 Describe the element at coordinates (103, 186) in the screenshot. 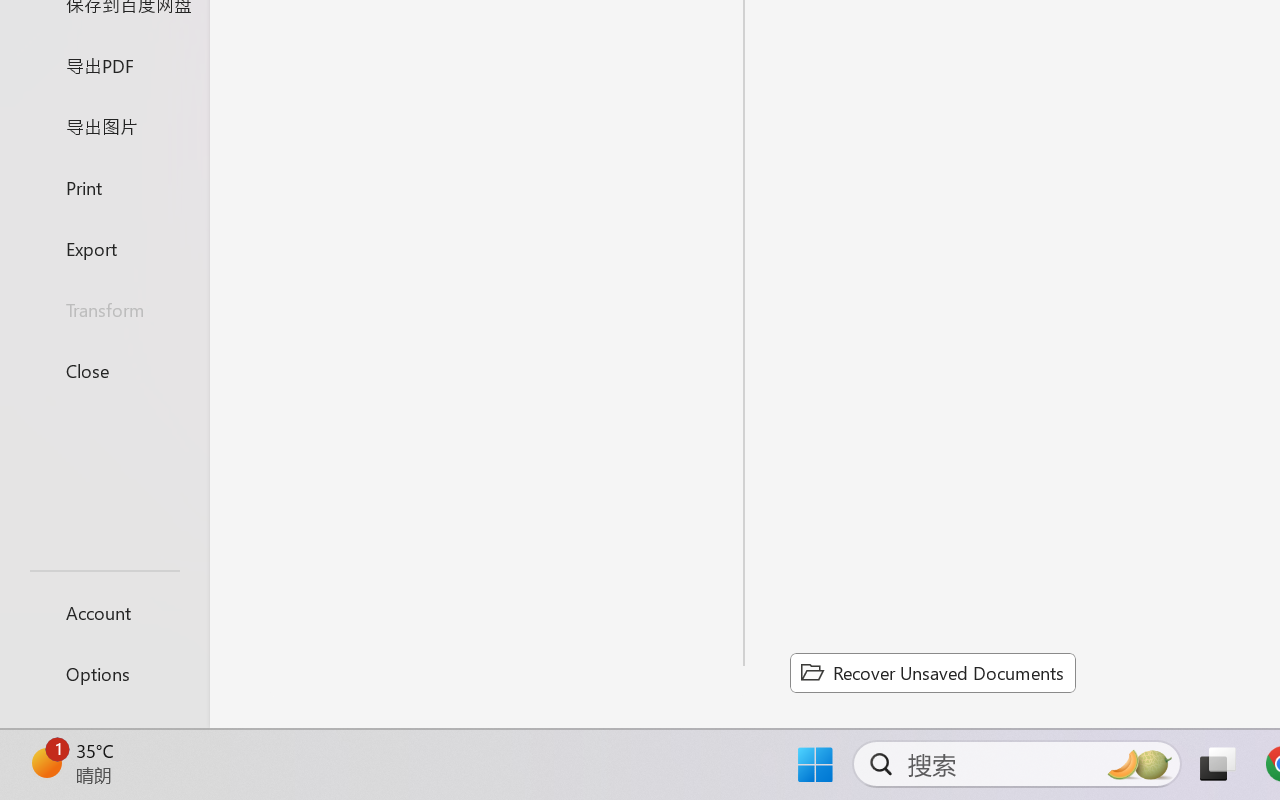

I see `'Print'` at that location.